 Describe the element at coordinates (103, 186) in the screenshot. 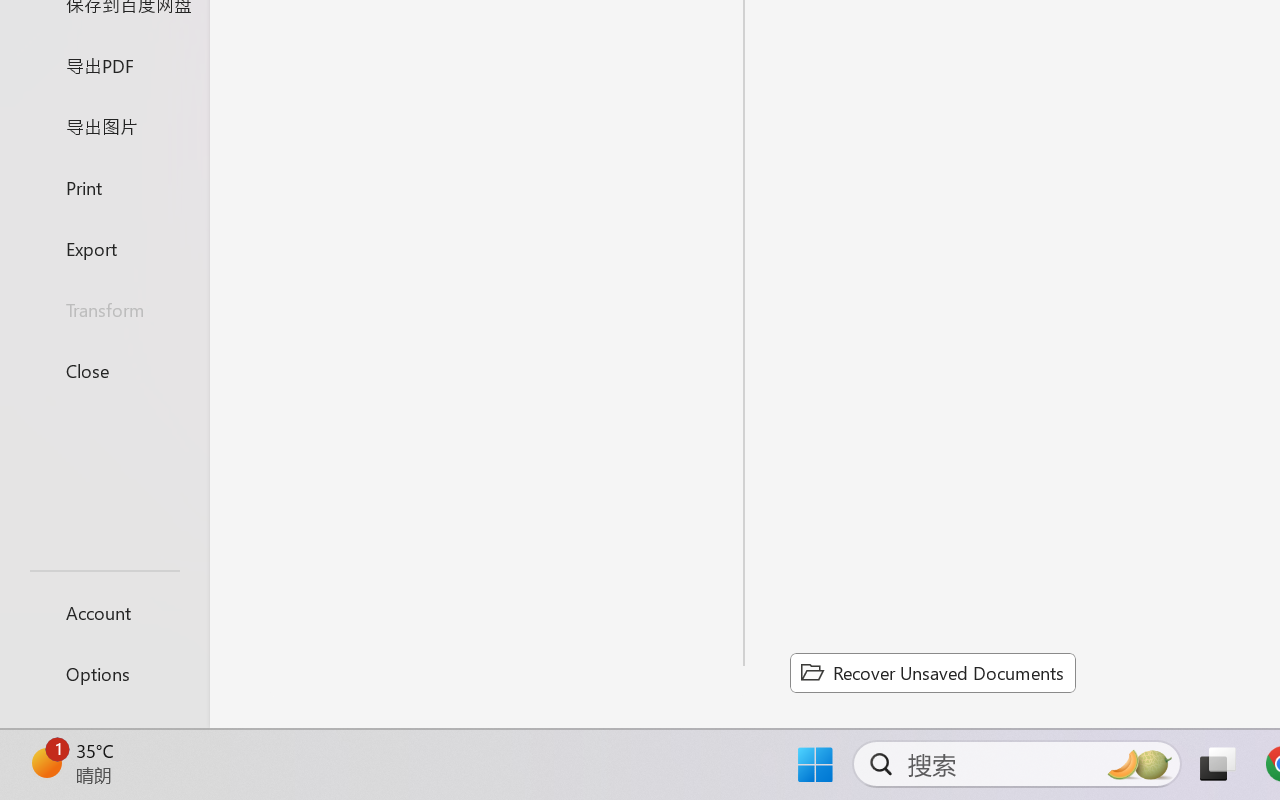

I see `'Print'` at that location.